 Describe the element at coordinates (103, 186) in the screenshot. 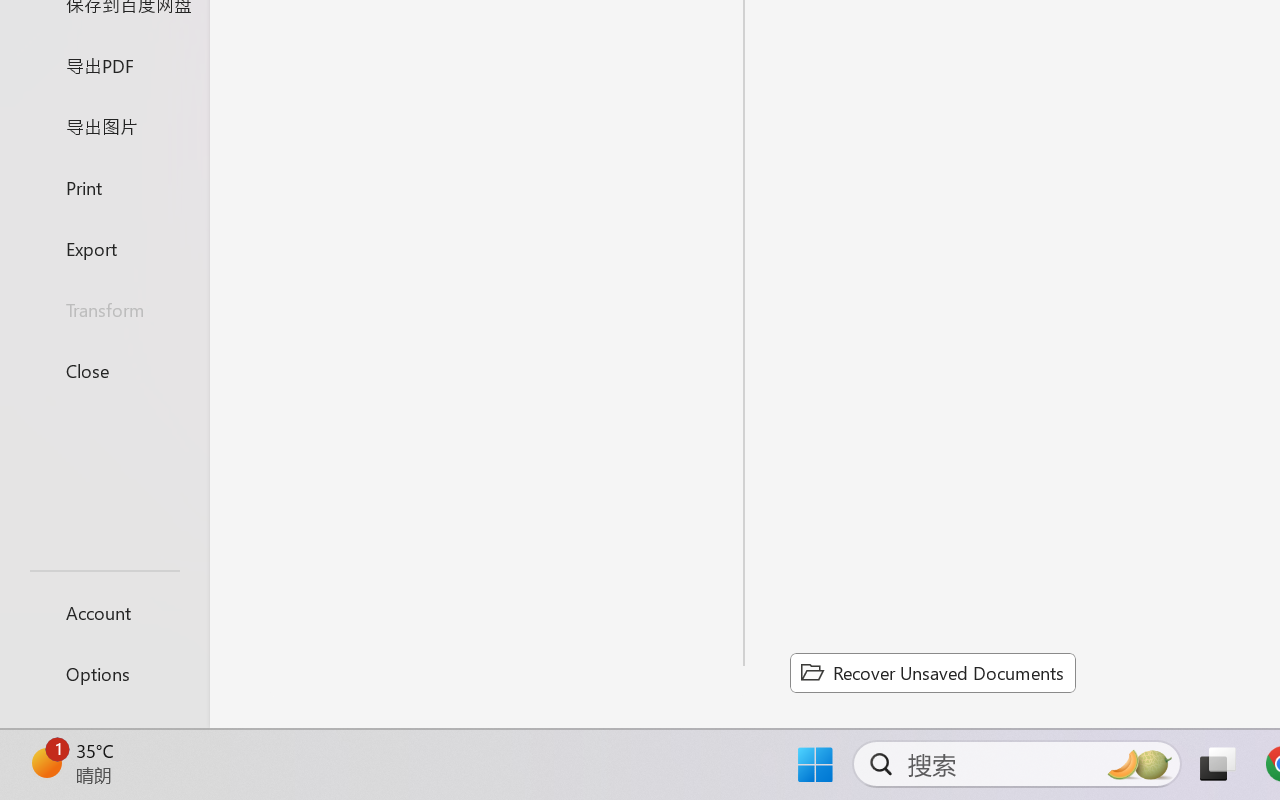

I see `'Print'` at that location.